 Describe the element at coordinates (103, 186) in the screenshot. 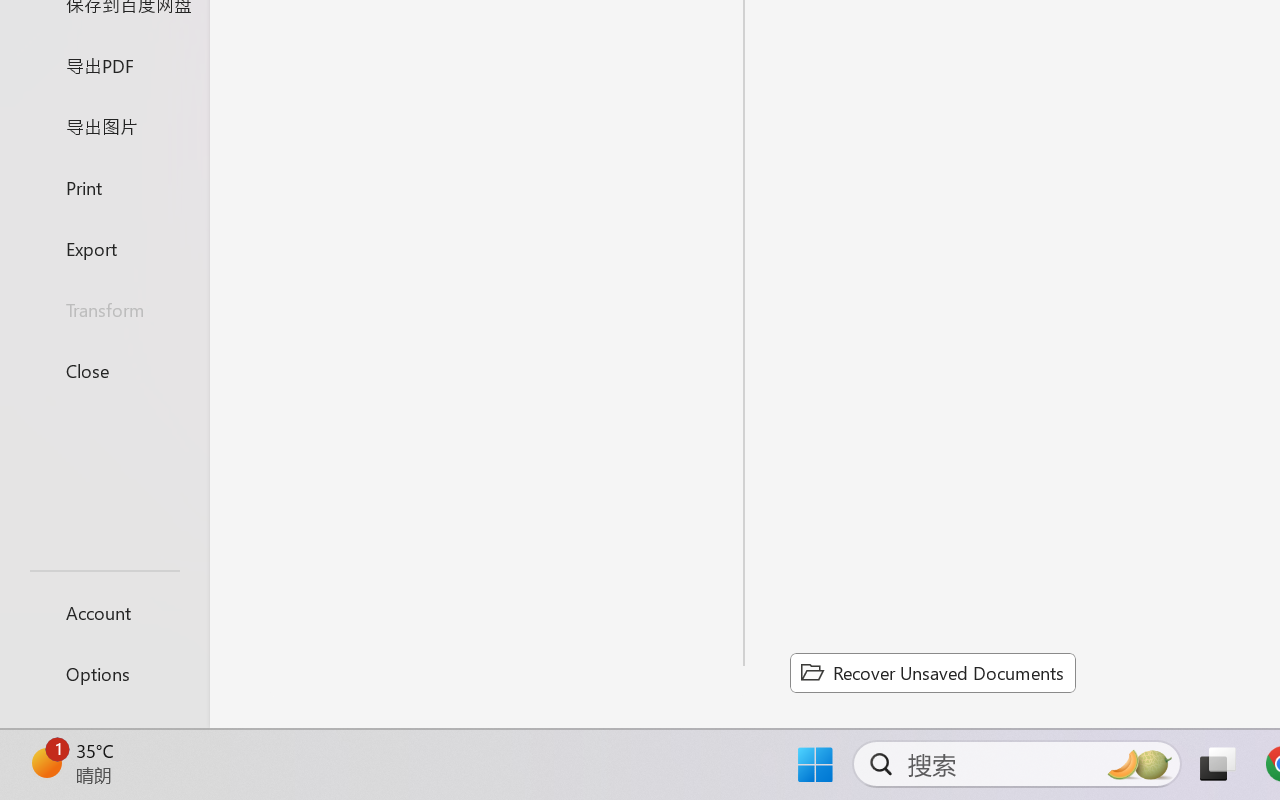

I see `'Print'` at that location.